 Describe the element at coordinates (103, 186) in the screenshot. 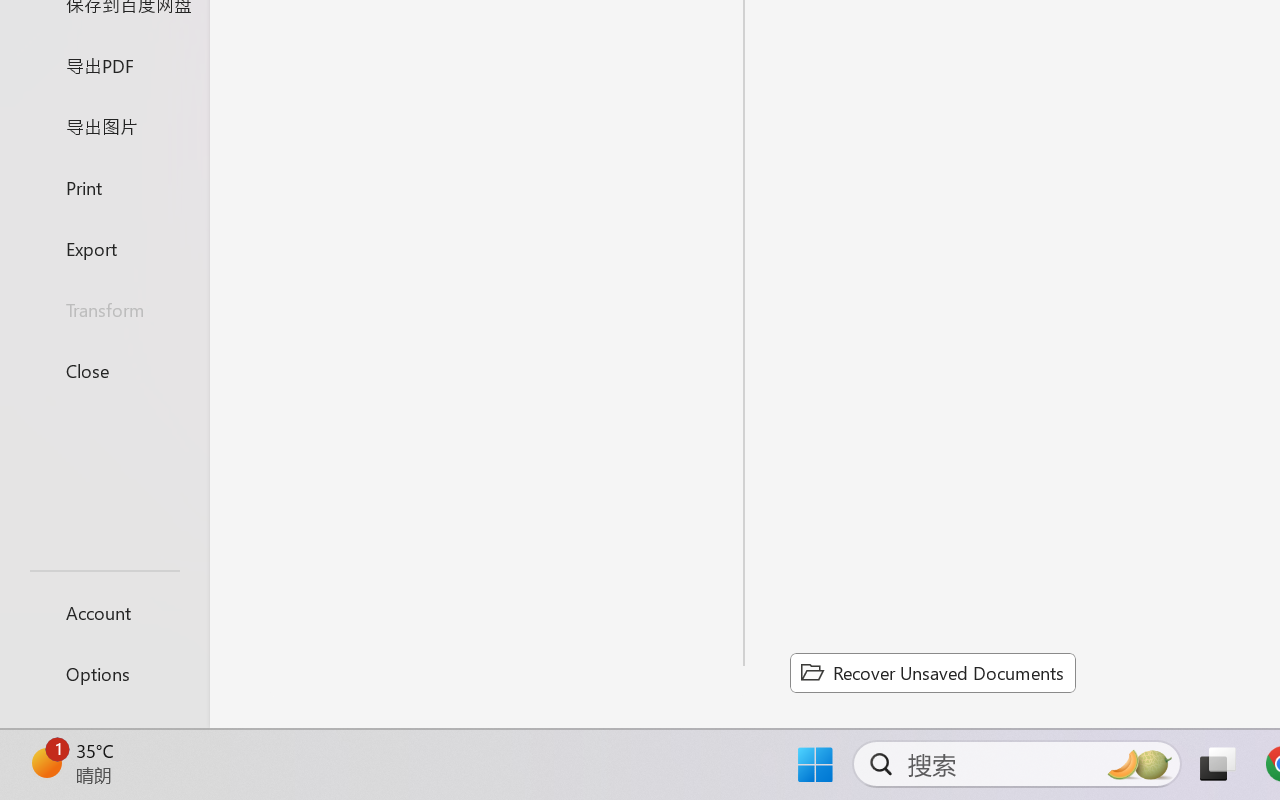

I see `'Print'` at that location.